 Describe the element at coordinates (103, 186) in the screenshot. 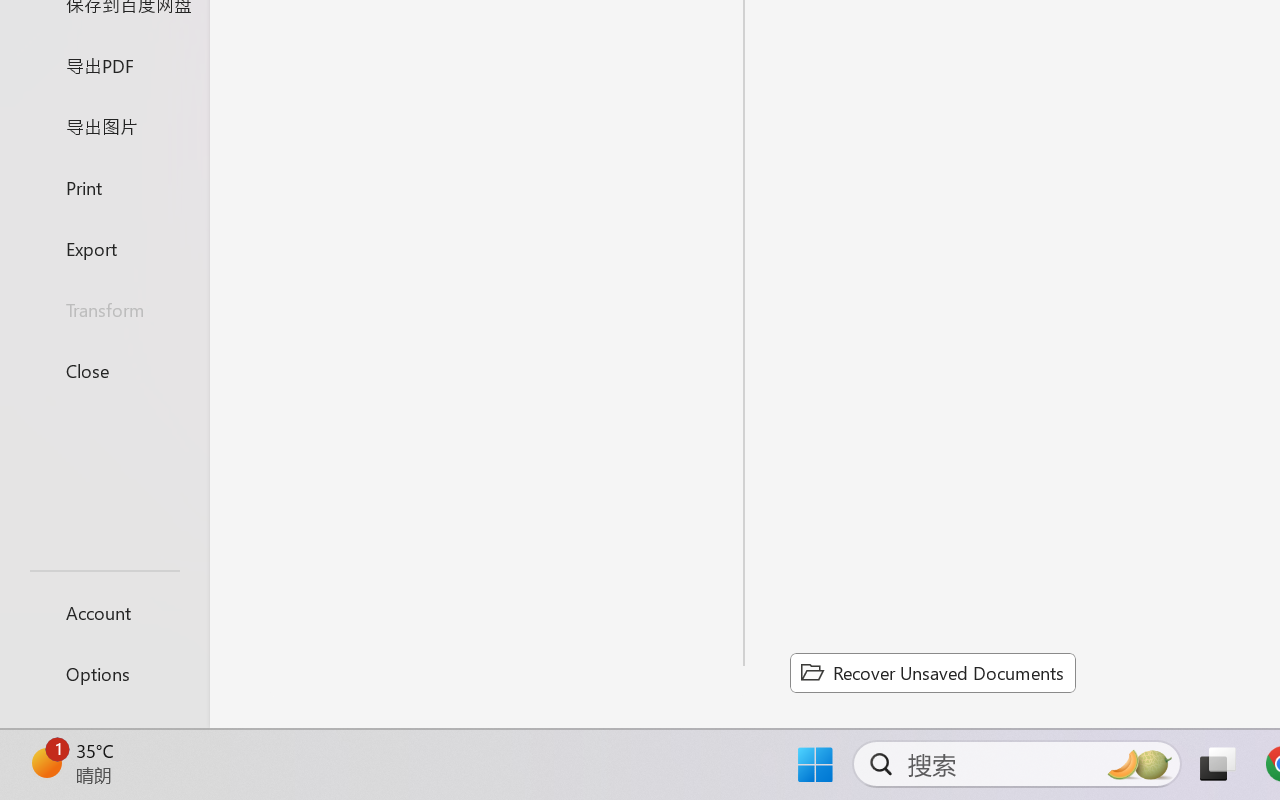

I see `'Print'` at that location.